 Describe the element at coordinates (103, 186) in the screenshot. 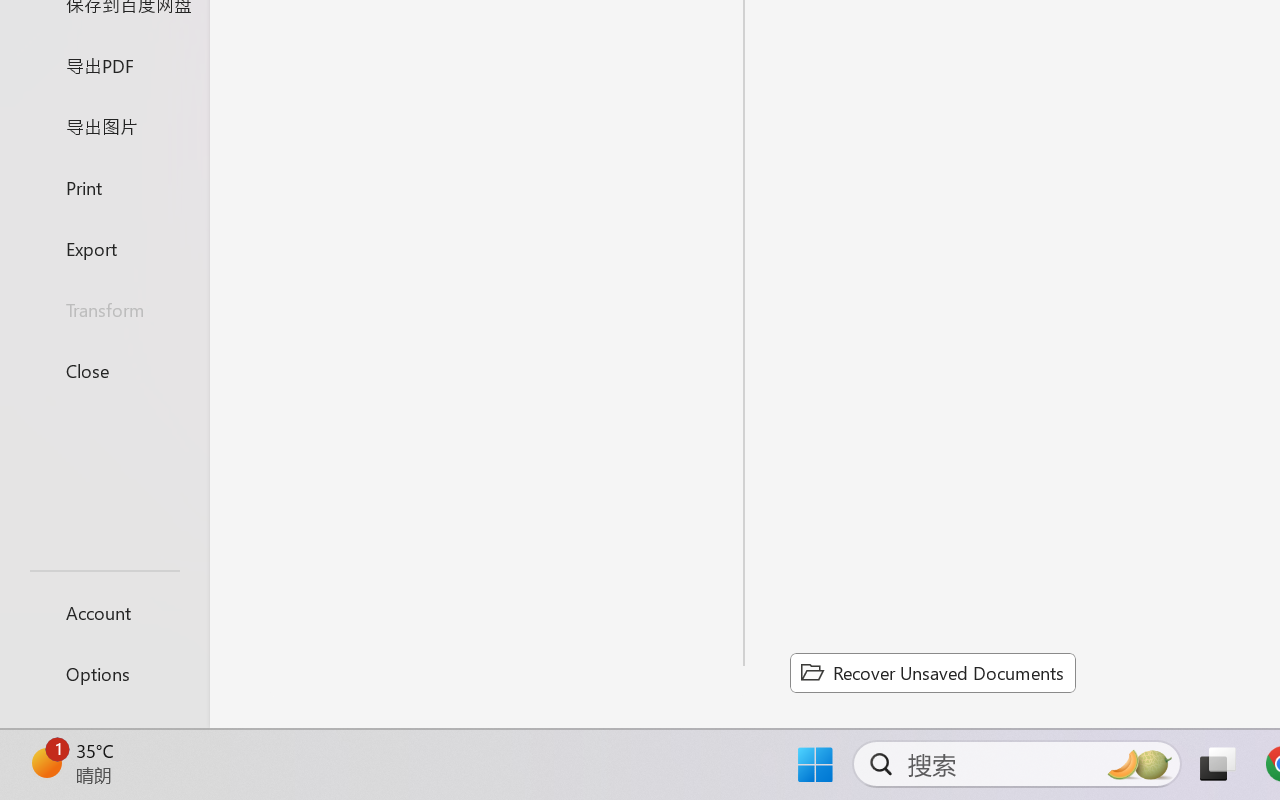

I see `'Print'` at that location.